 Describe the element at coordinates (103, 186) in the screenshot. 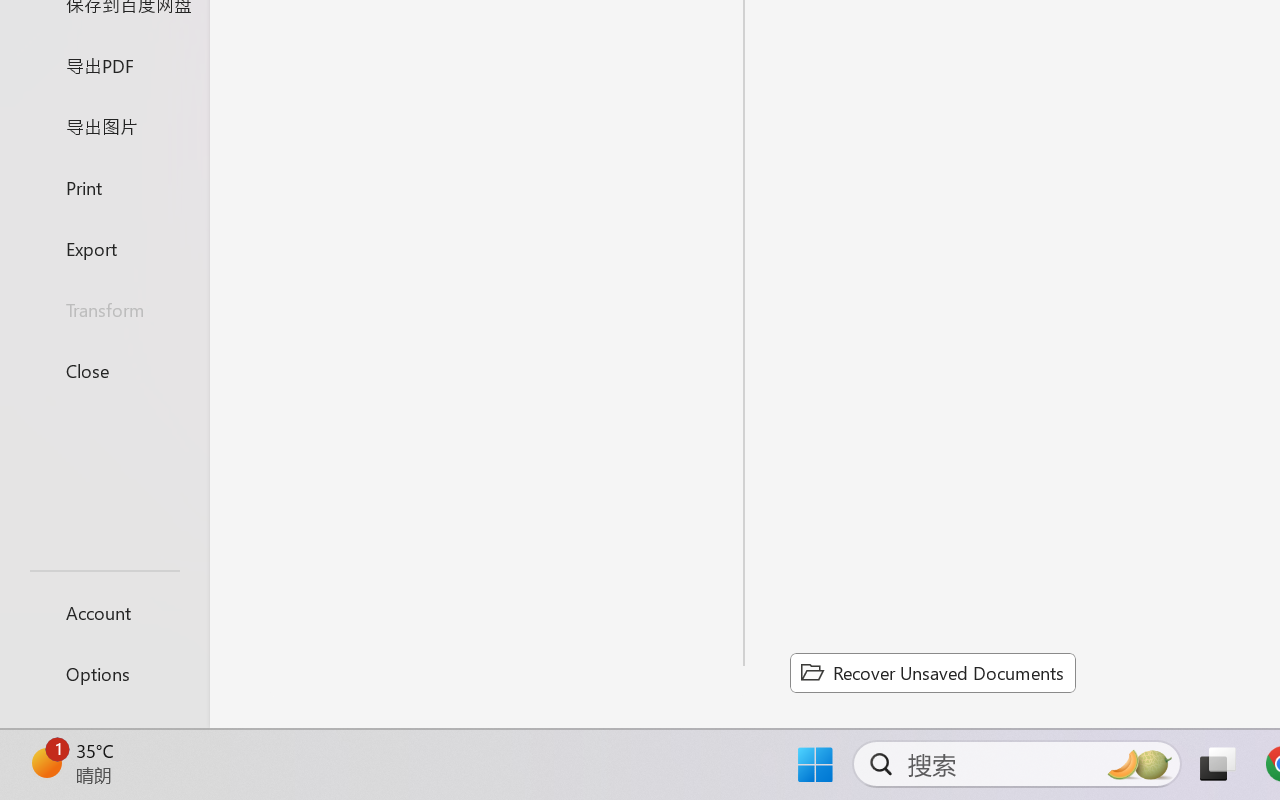

I see `'Print'` at that location.